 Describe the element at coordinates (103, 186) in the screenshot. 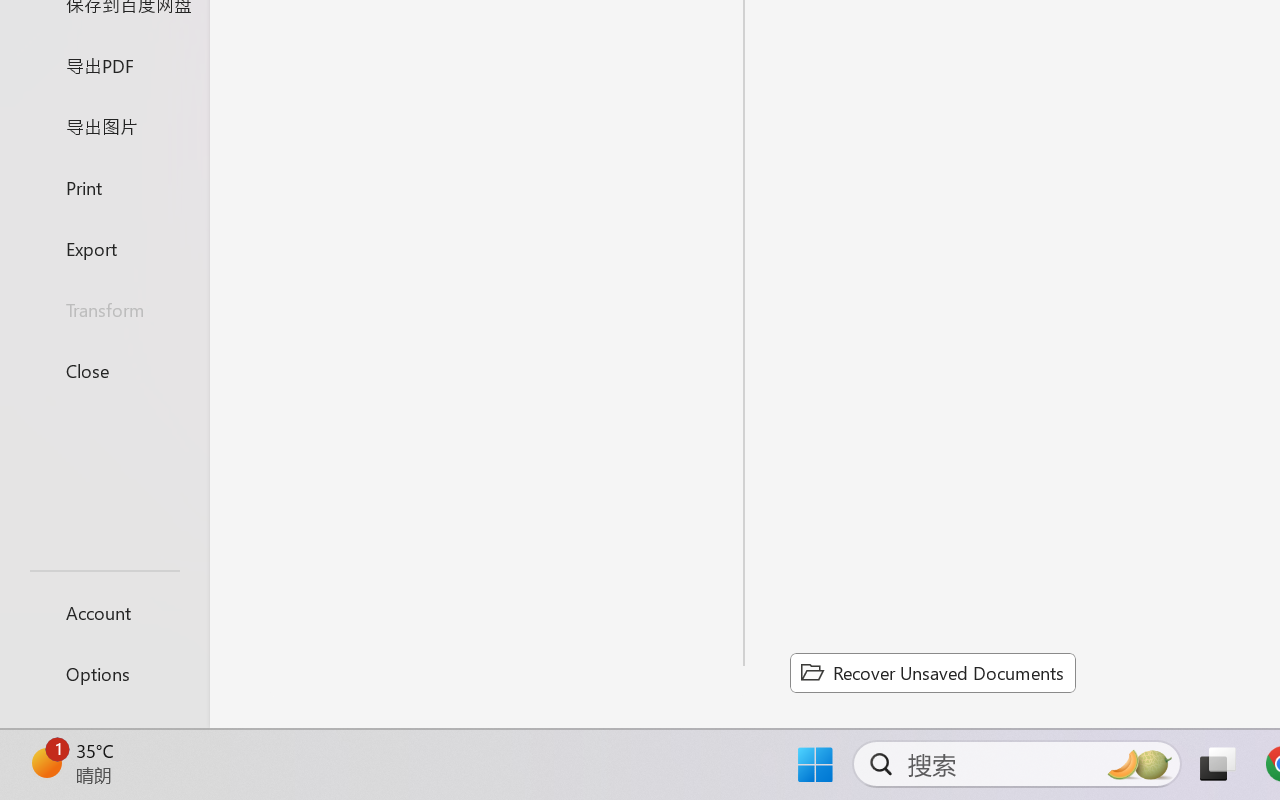

I see `'Print'` at that location.